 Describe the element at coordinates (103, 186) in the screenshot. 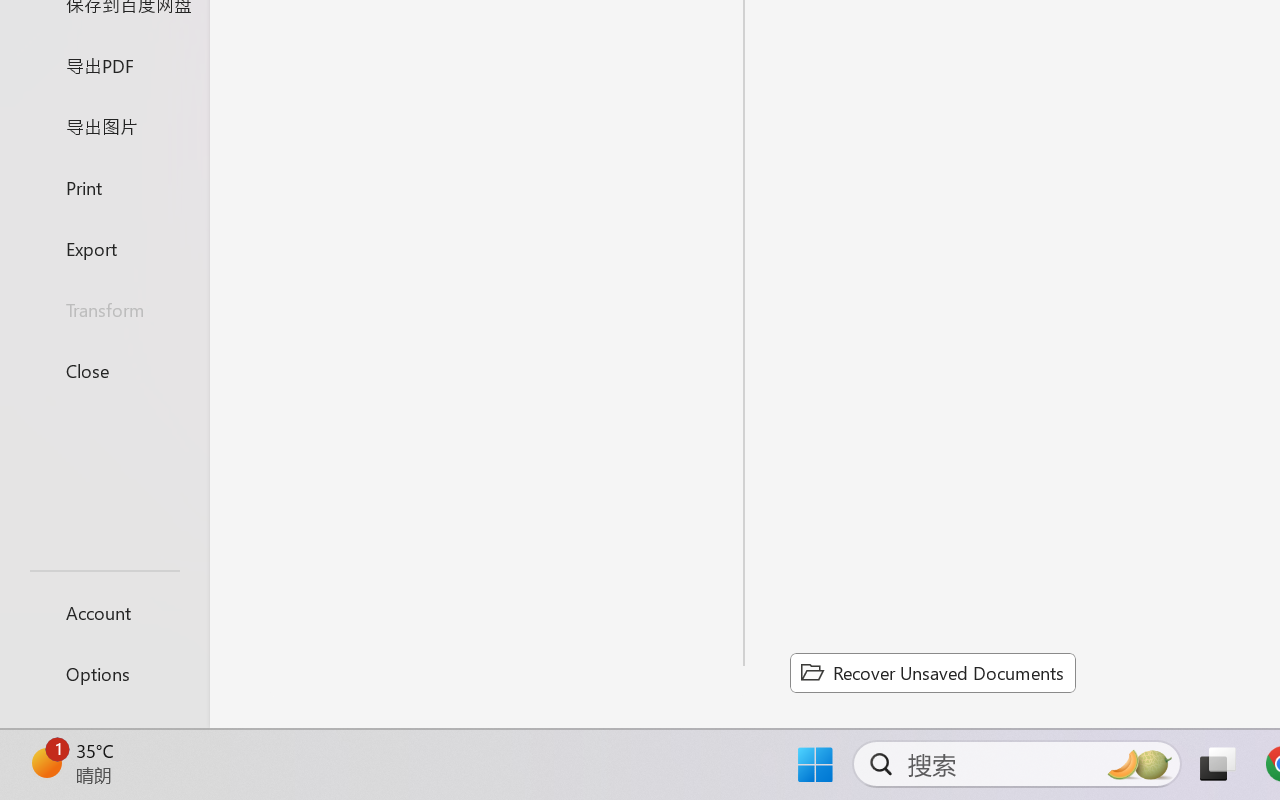

I see `'Print'` at that location.